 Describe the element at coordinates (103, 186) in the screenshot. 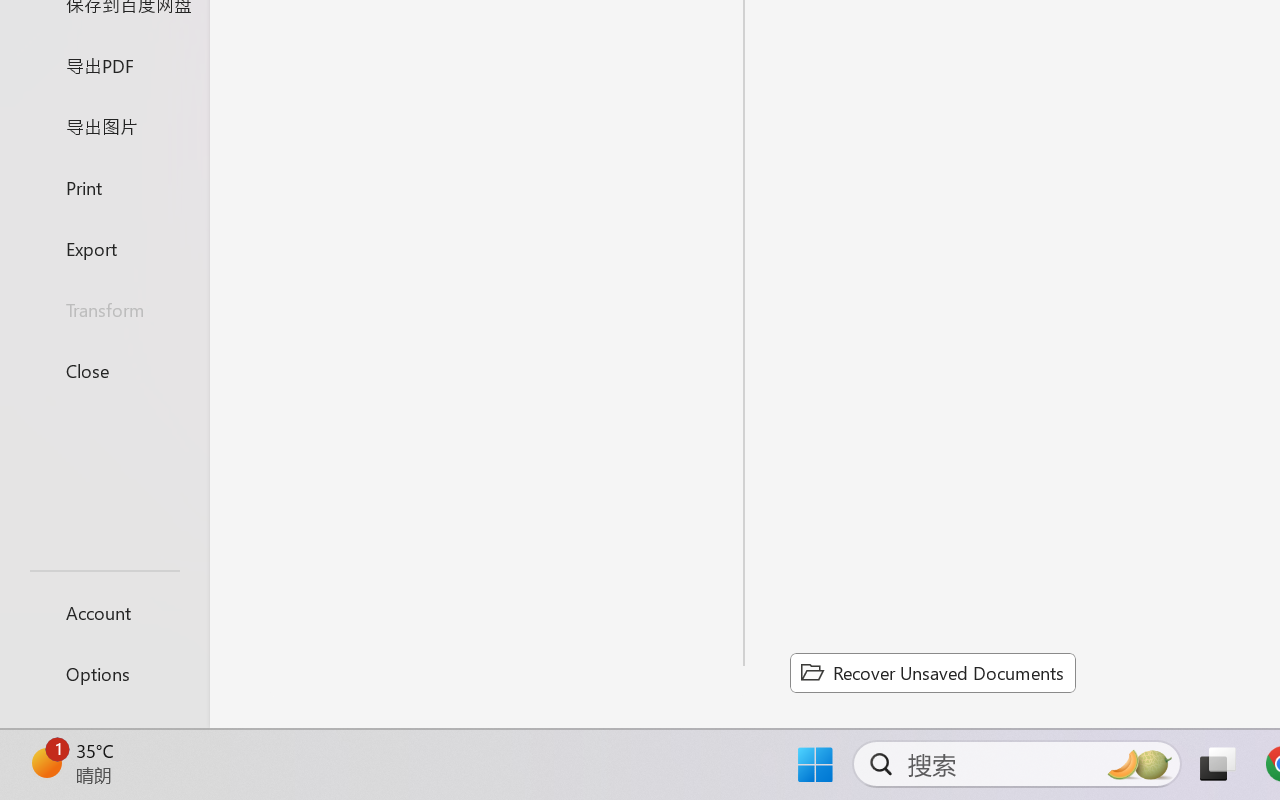

I see `'Print'` at that location.